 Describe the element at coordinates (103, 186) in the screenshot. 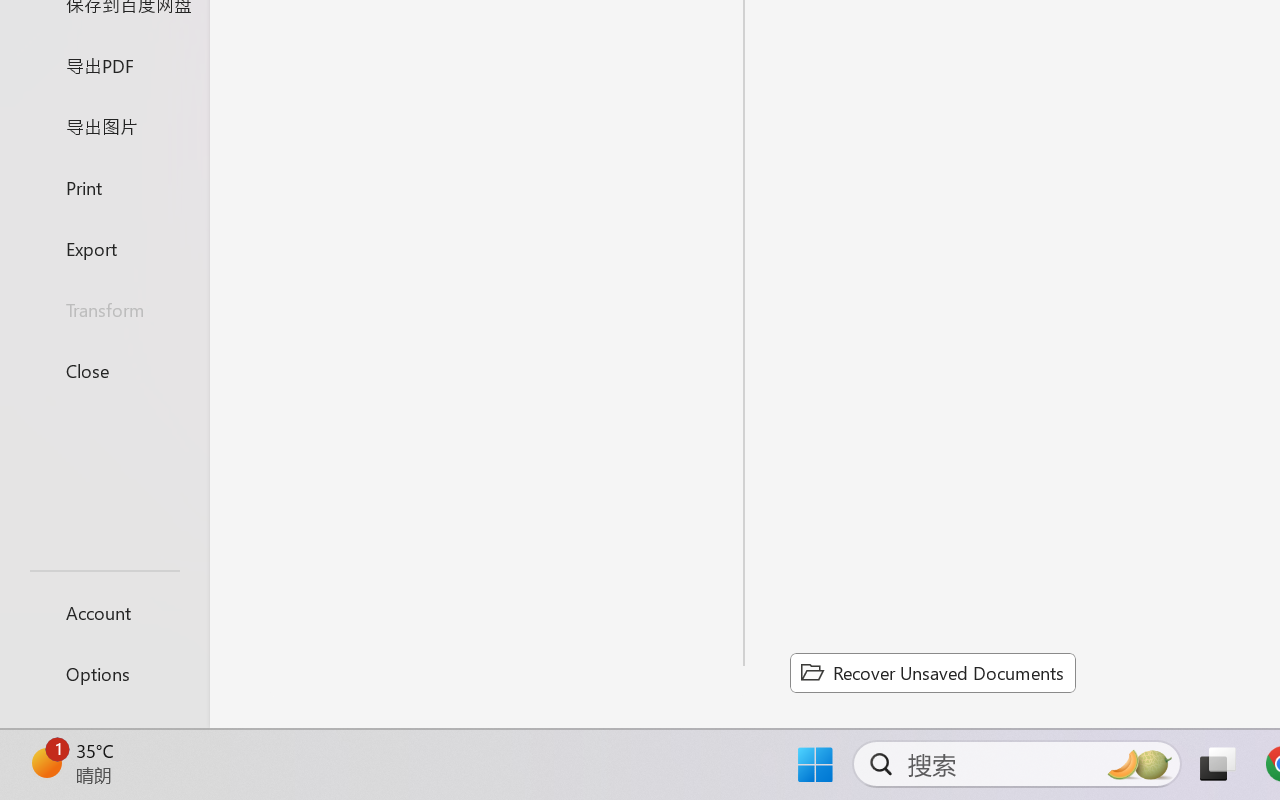

I see `'Print'` at that location.